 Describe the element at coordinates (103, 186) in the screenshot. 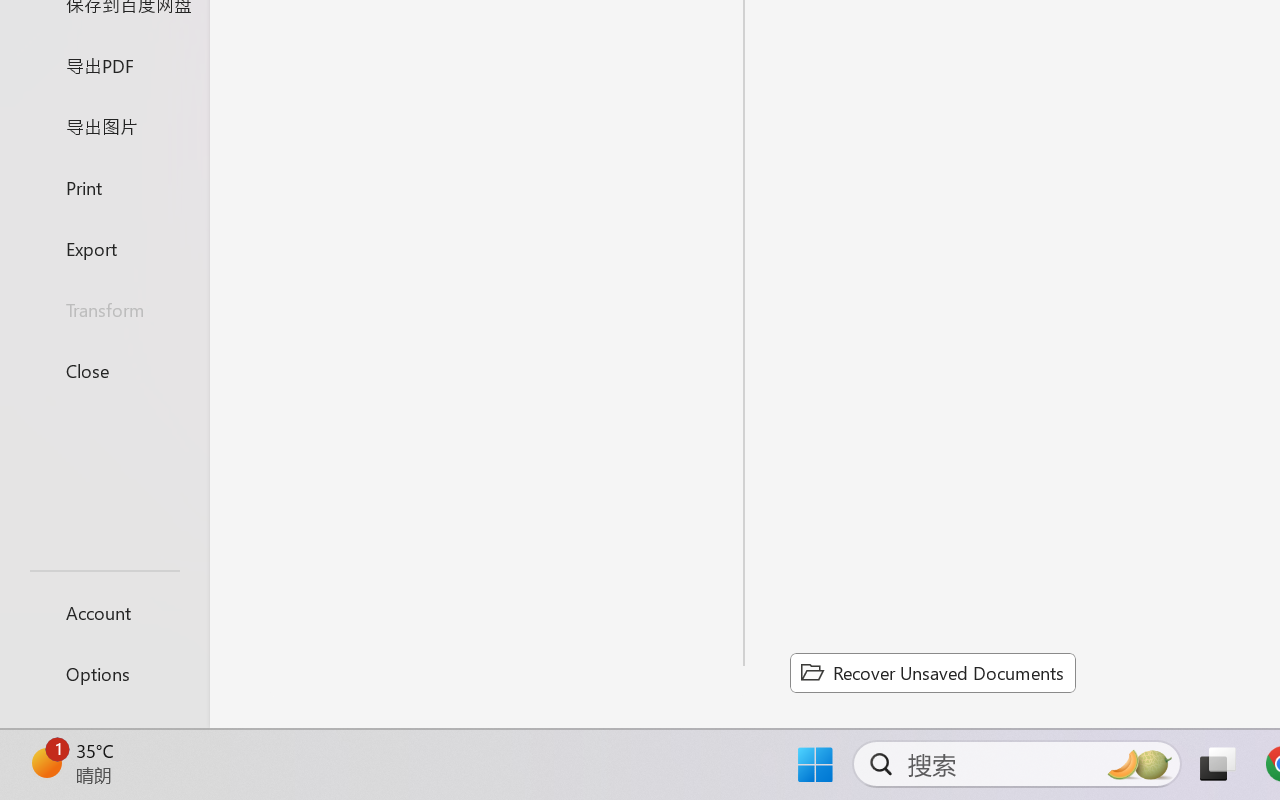

I see `'Print'` at that location.